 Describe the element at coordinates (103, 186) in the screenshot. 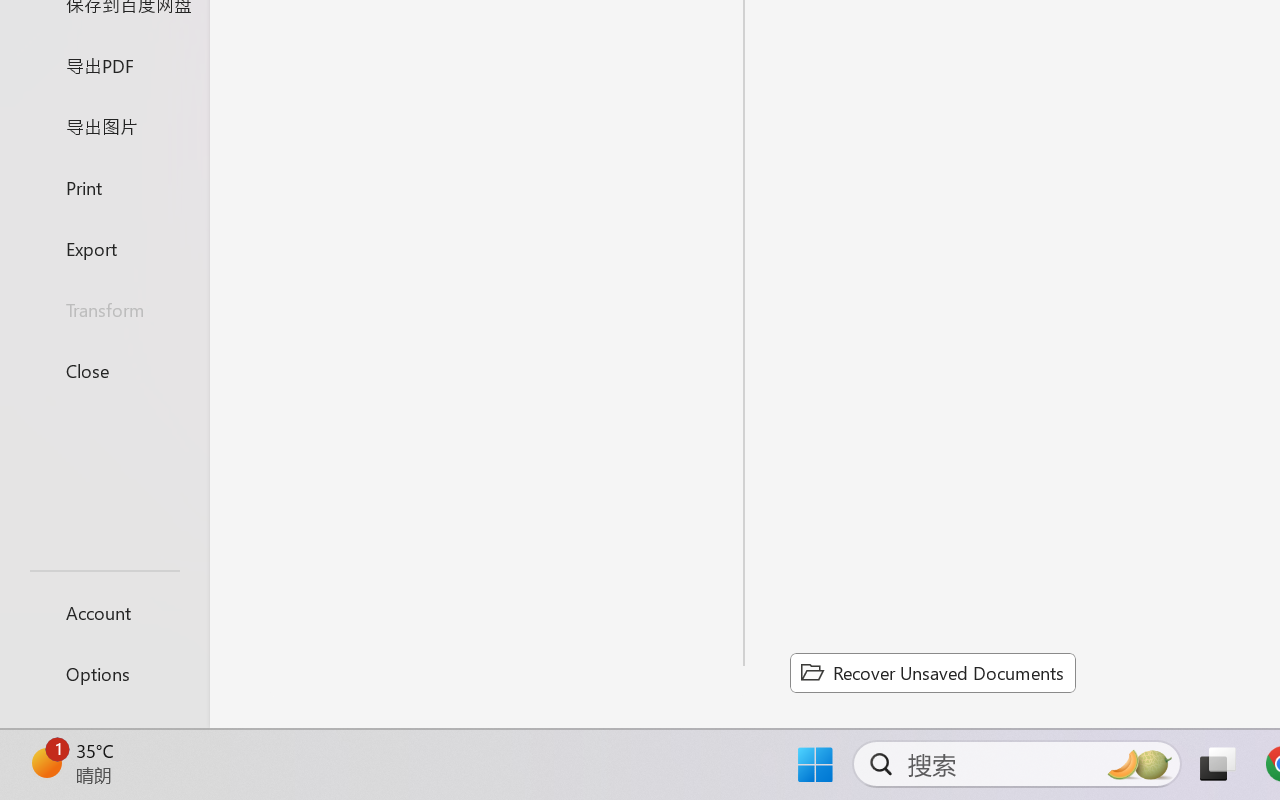

I see `'Print'` at that location.